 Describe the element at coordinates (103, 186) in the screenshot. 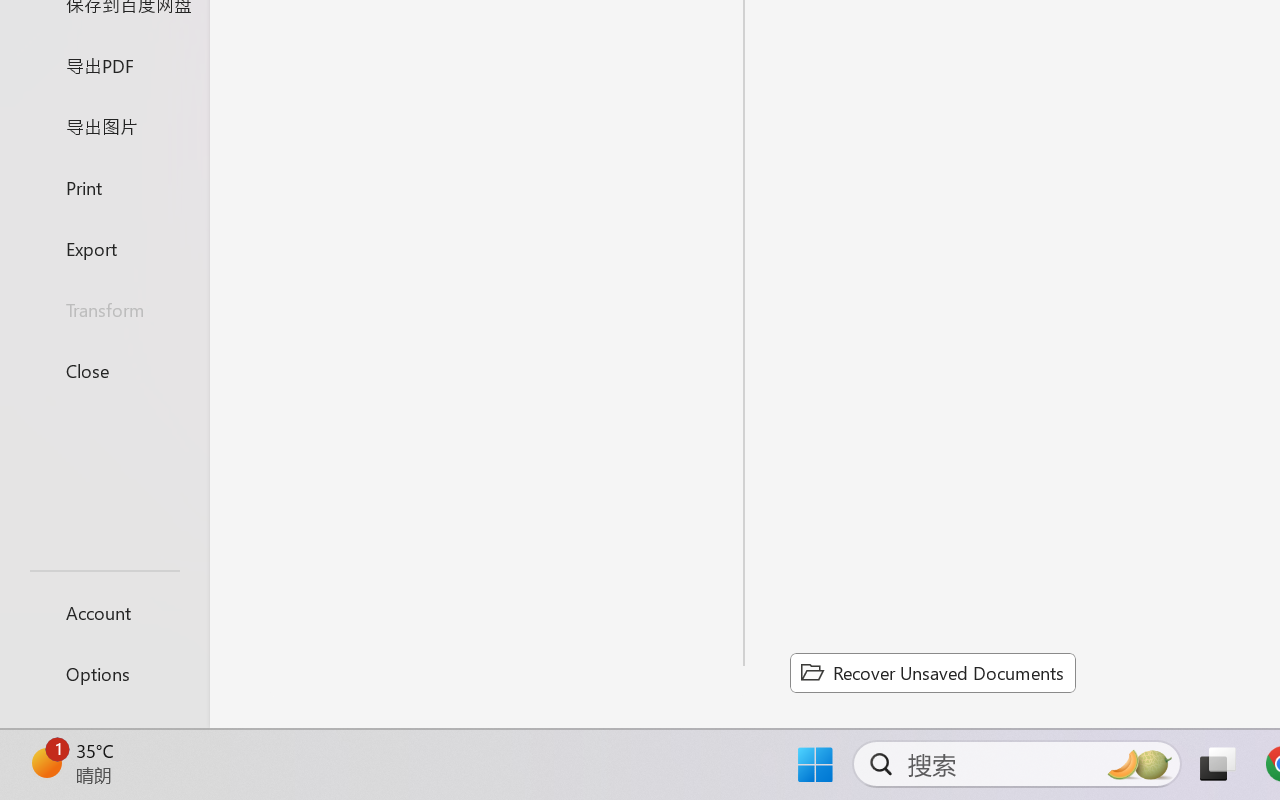

I see `'Print'` at that location.